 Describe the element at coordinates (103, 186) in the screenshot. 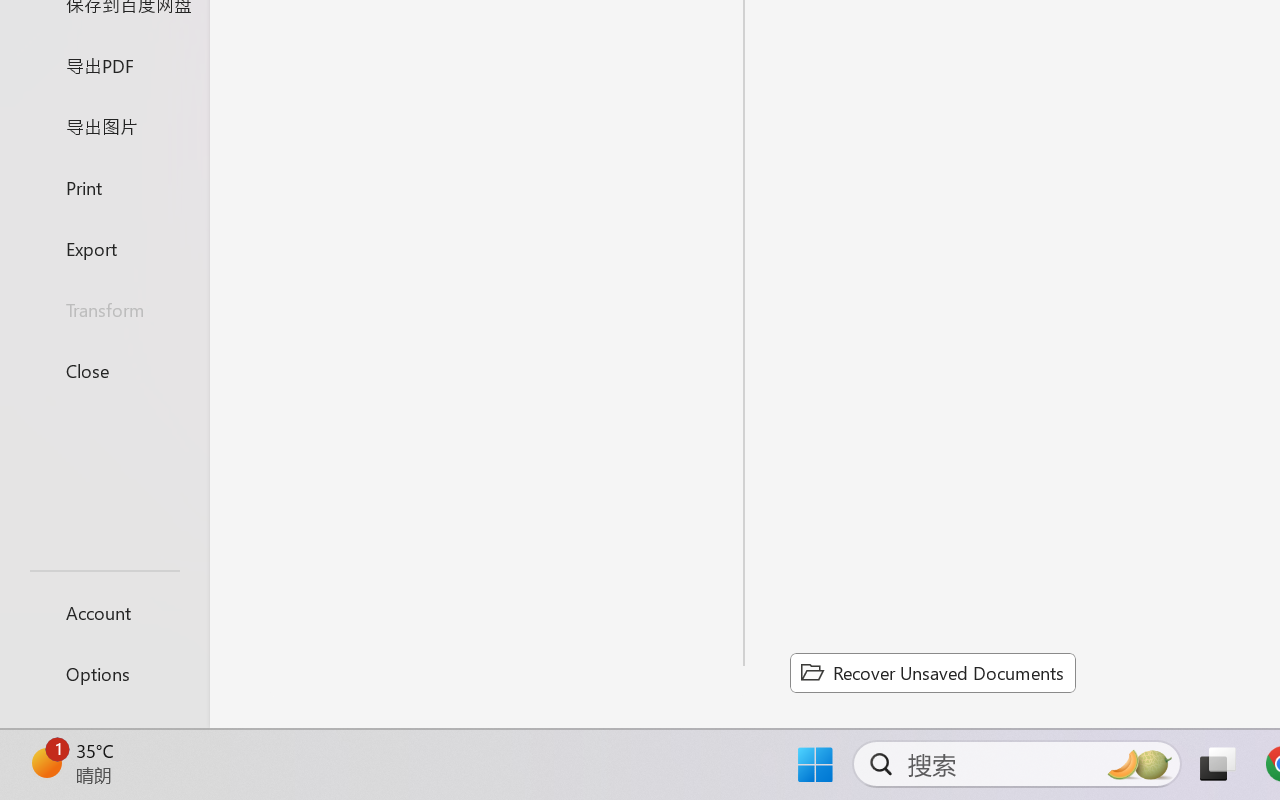

I see `'Print'` at that location.